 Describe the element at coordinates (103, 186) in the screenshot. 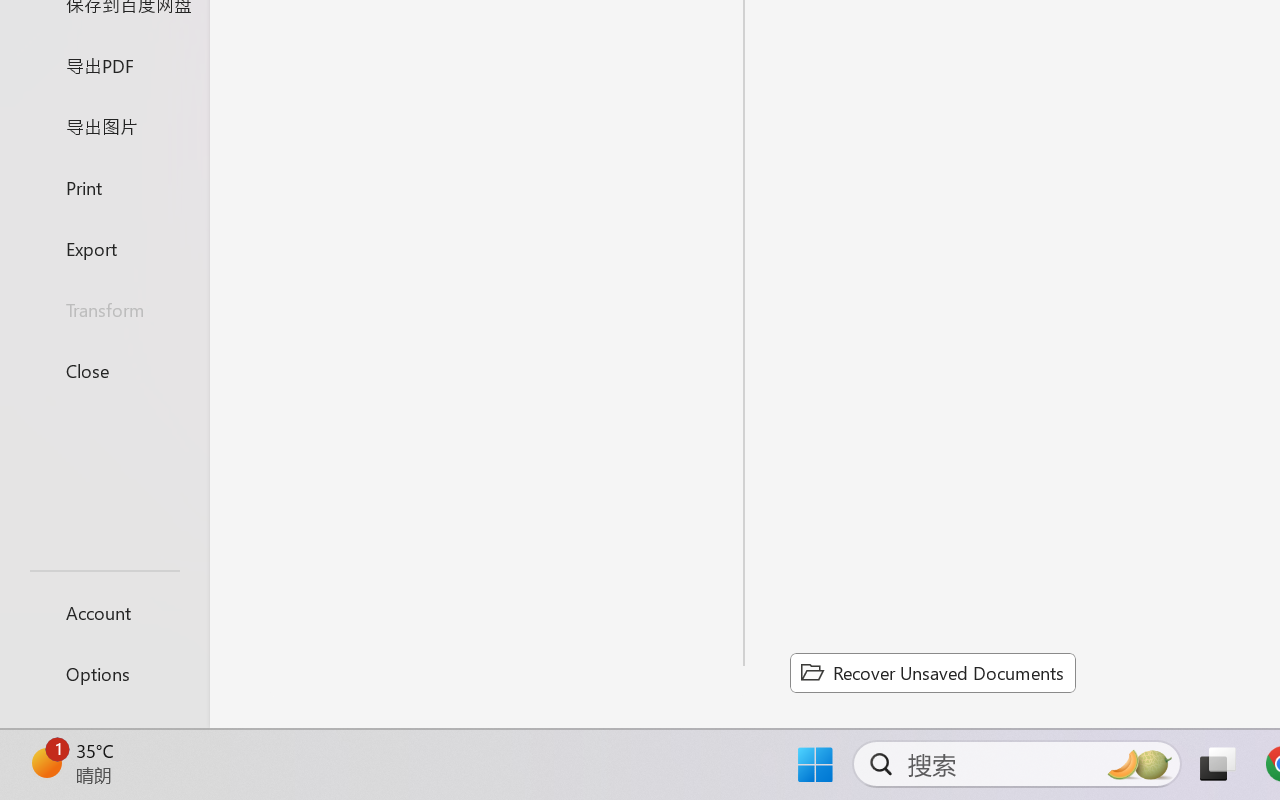

I see `'Print'` at that location.